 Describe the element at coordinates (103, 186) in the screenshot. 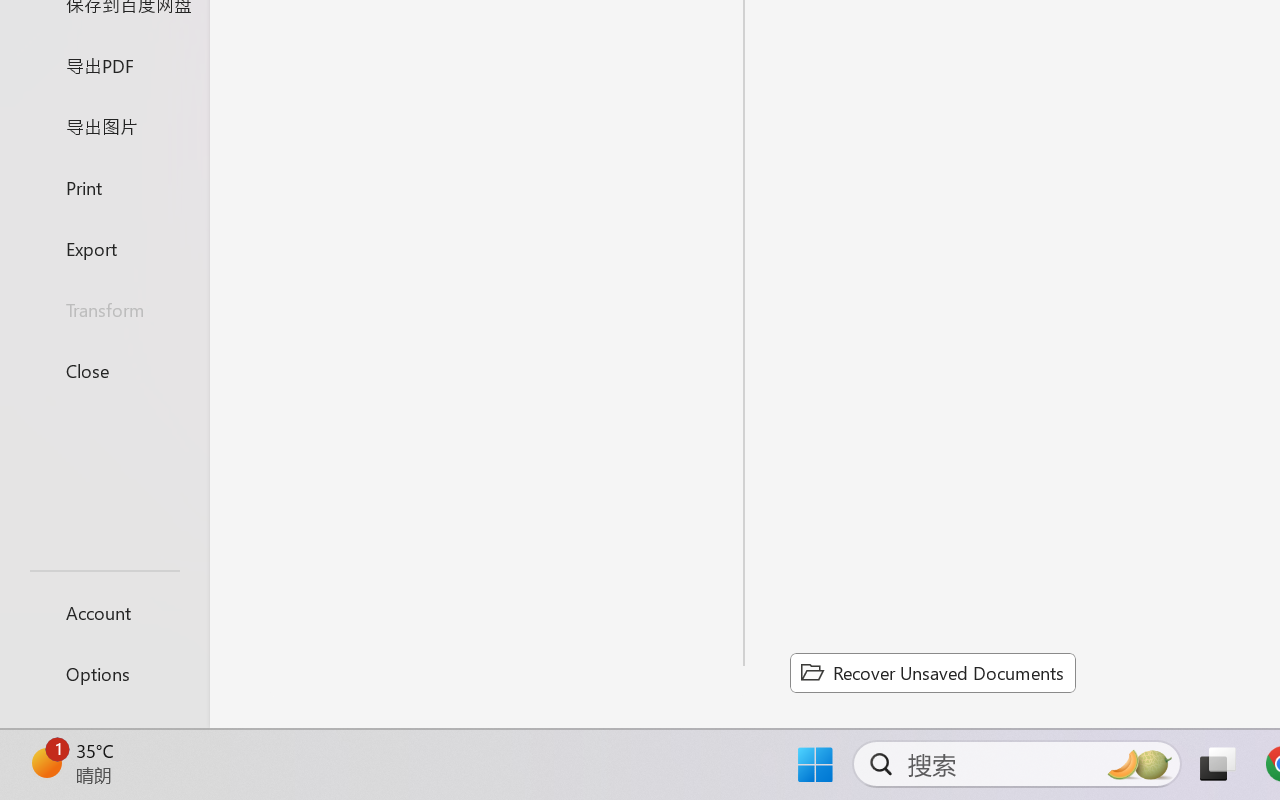

I see `'Print'` at that location.